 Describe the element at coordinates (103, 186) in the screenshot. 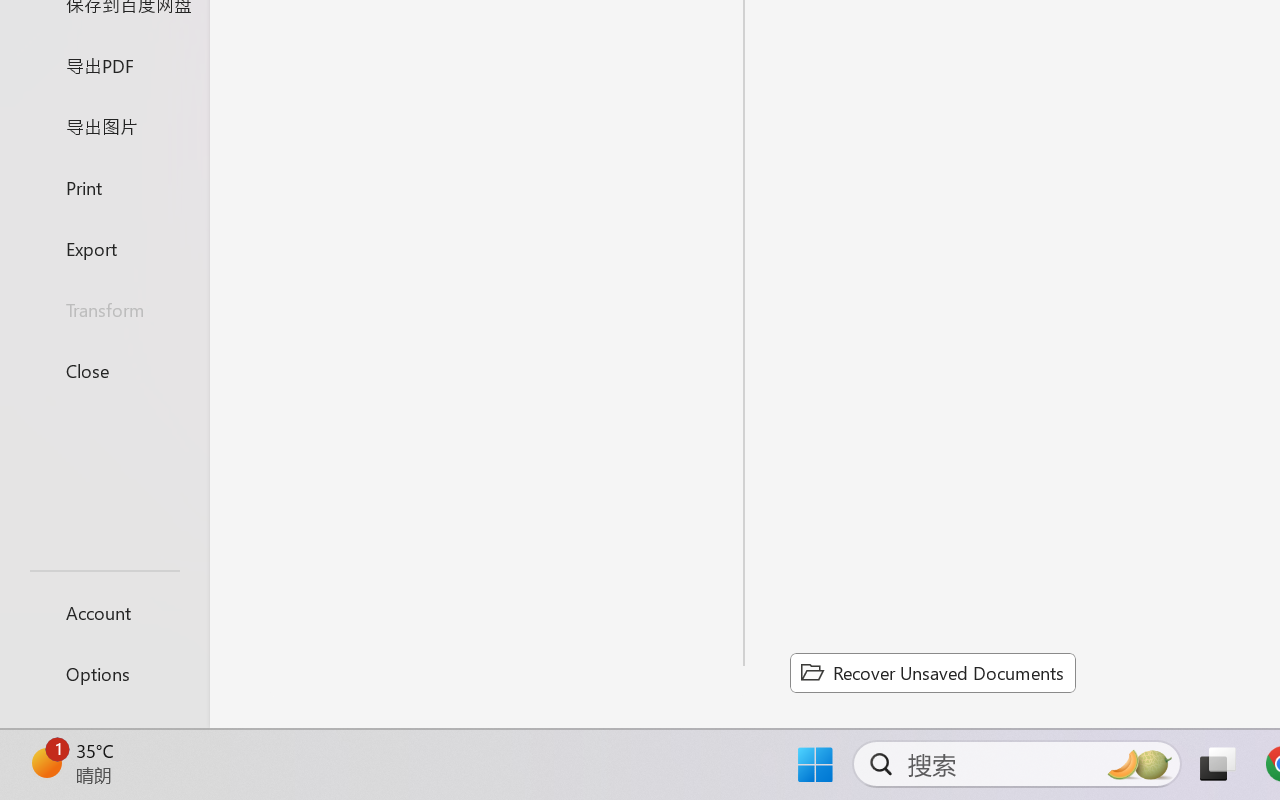

I see `'Print'` at that location.